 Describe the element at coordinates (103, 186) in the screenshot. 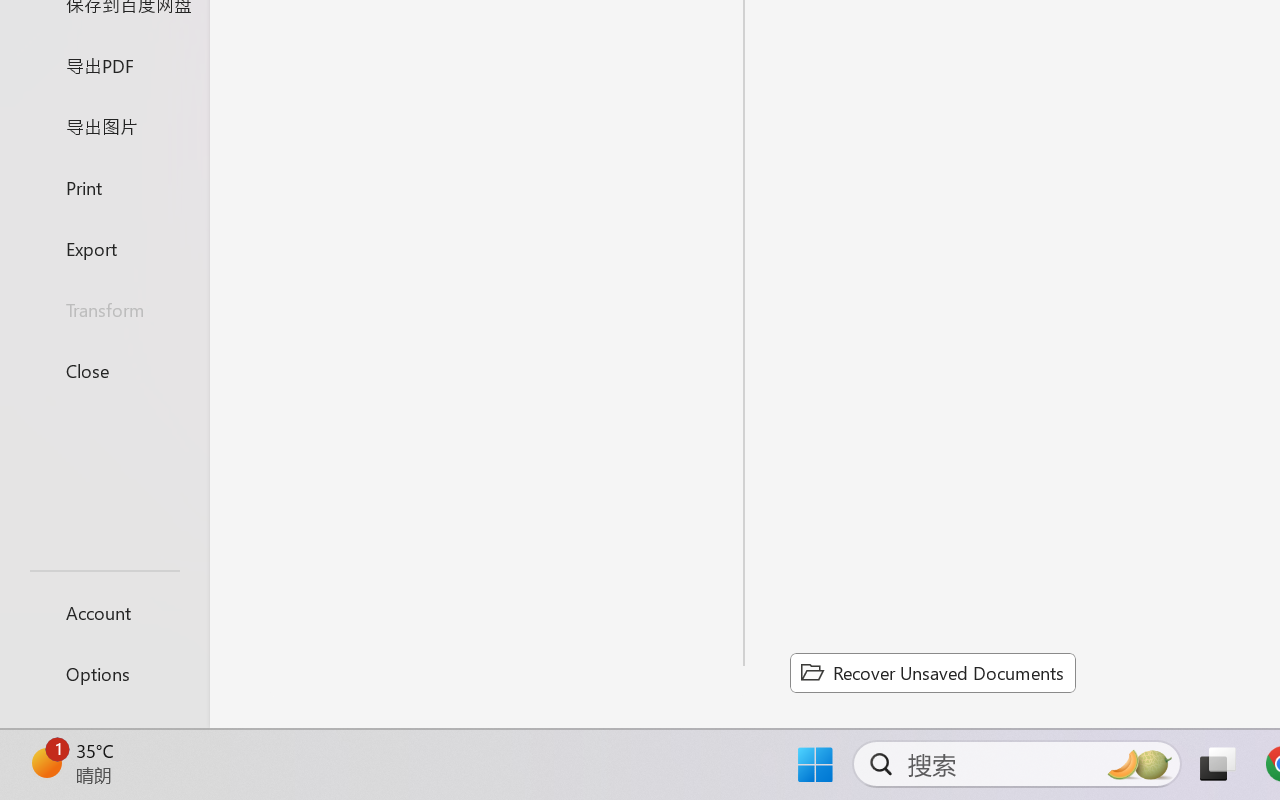

I see `'Print'` at that location.